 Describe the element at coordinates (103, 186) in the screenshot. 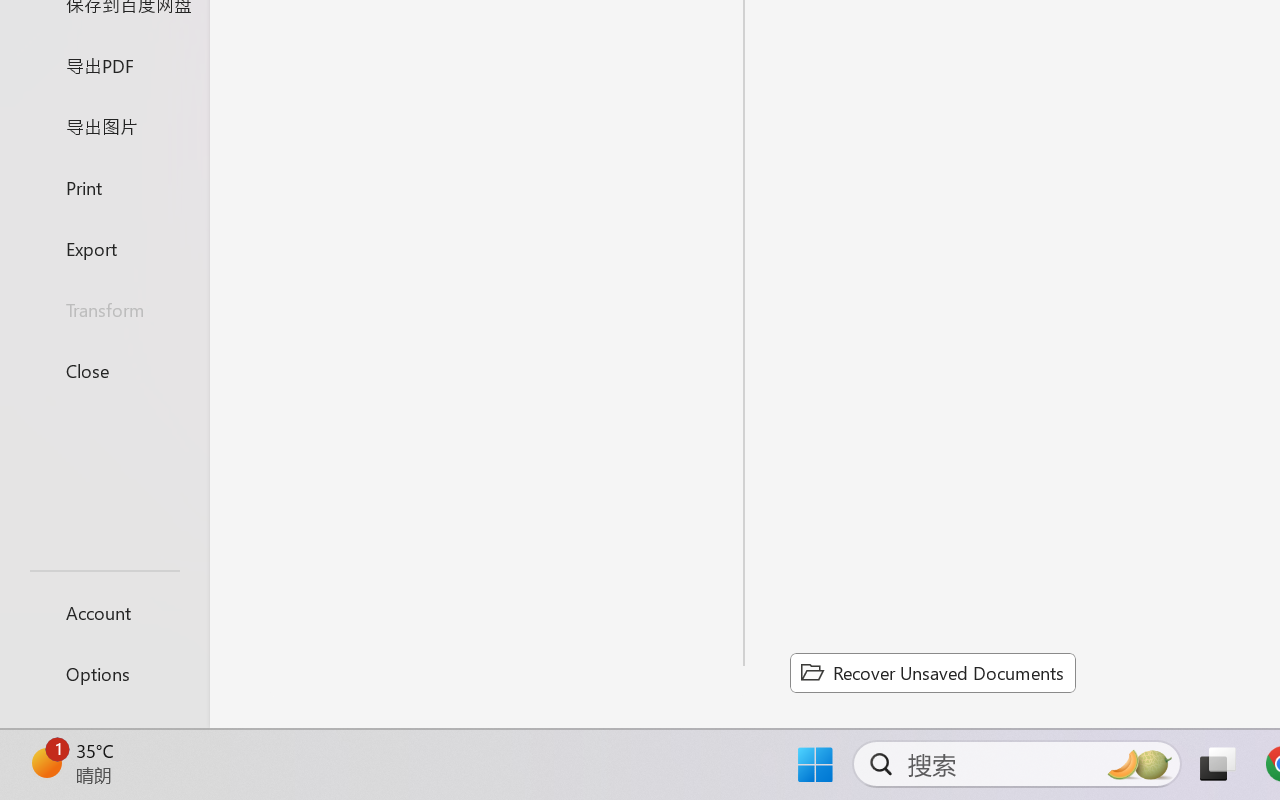

I see `'Print'` at that location.